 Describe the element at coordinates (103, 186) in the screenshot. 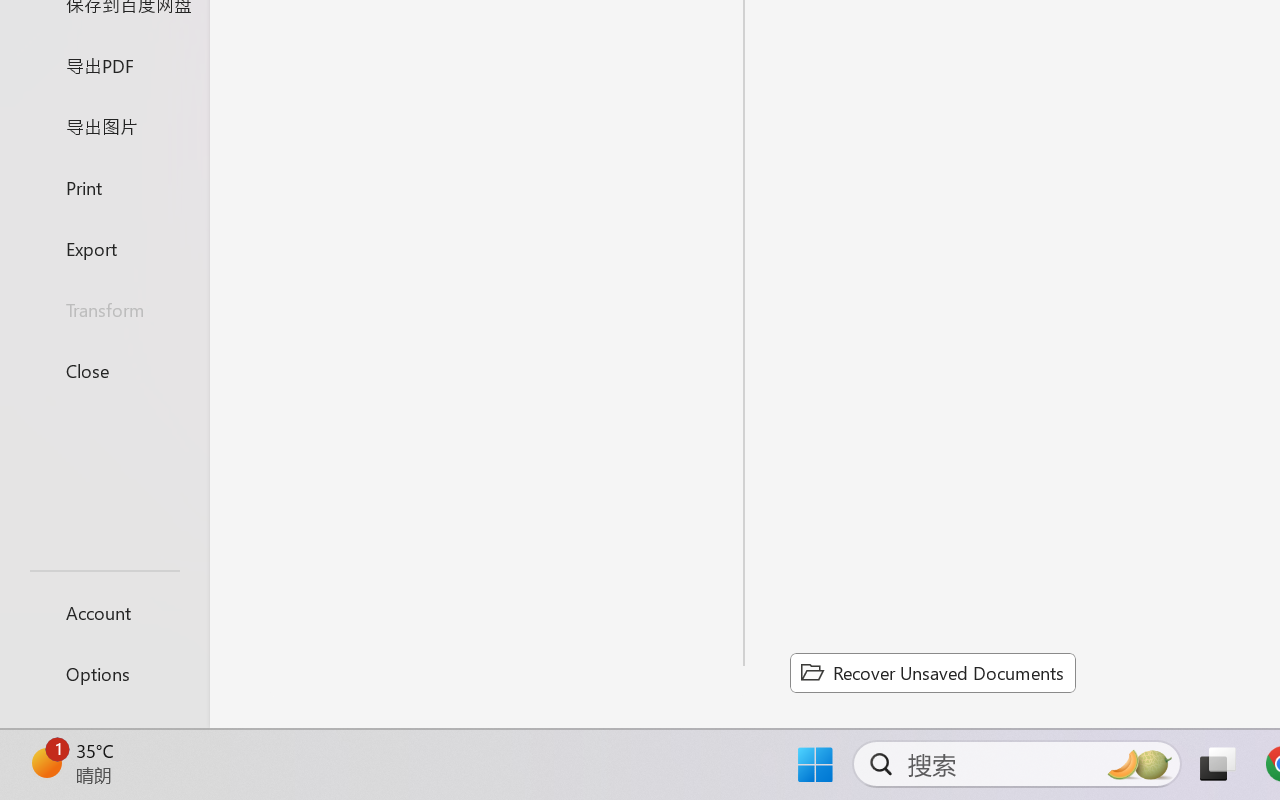

I see `'Print'` at that location.